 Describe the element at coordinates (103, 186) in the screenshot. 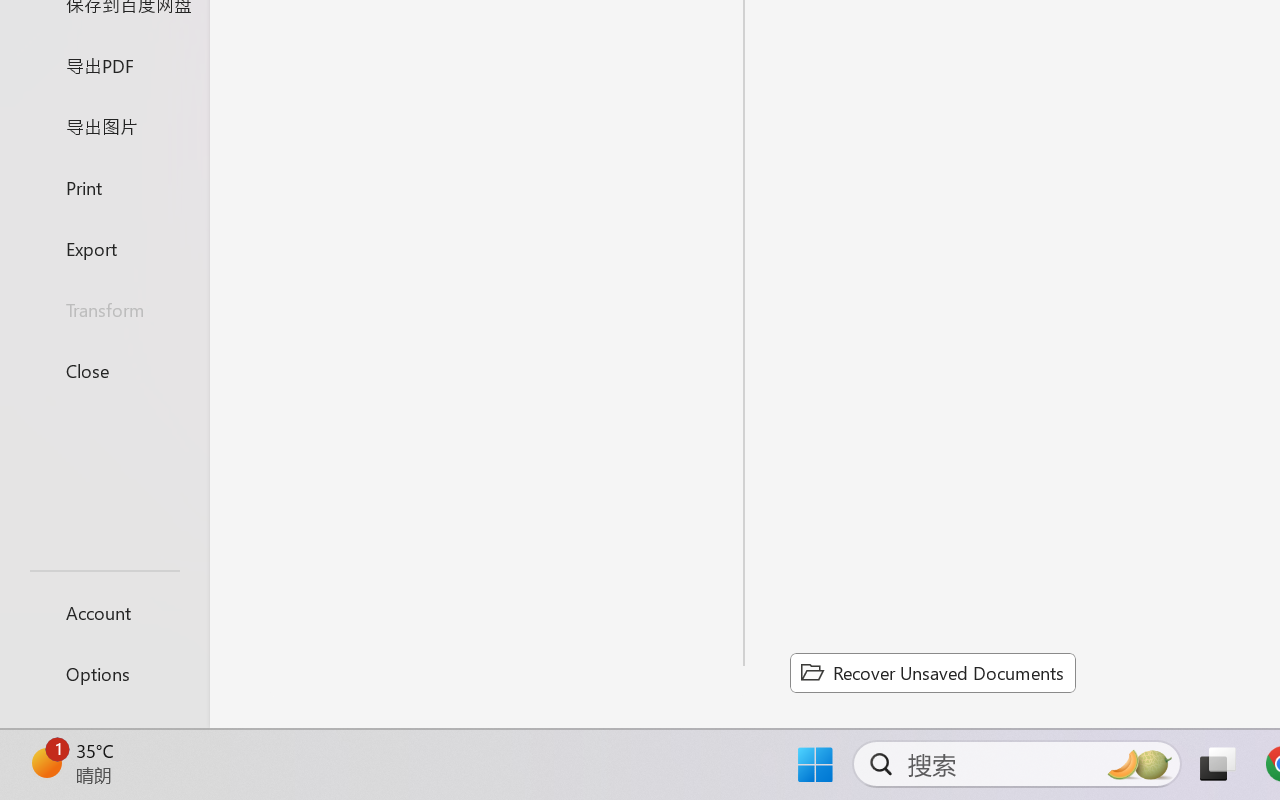

I see `'Print'` at that location.